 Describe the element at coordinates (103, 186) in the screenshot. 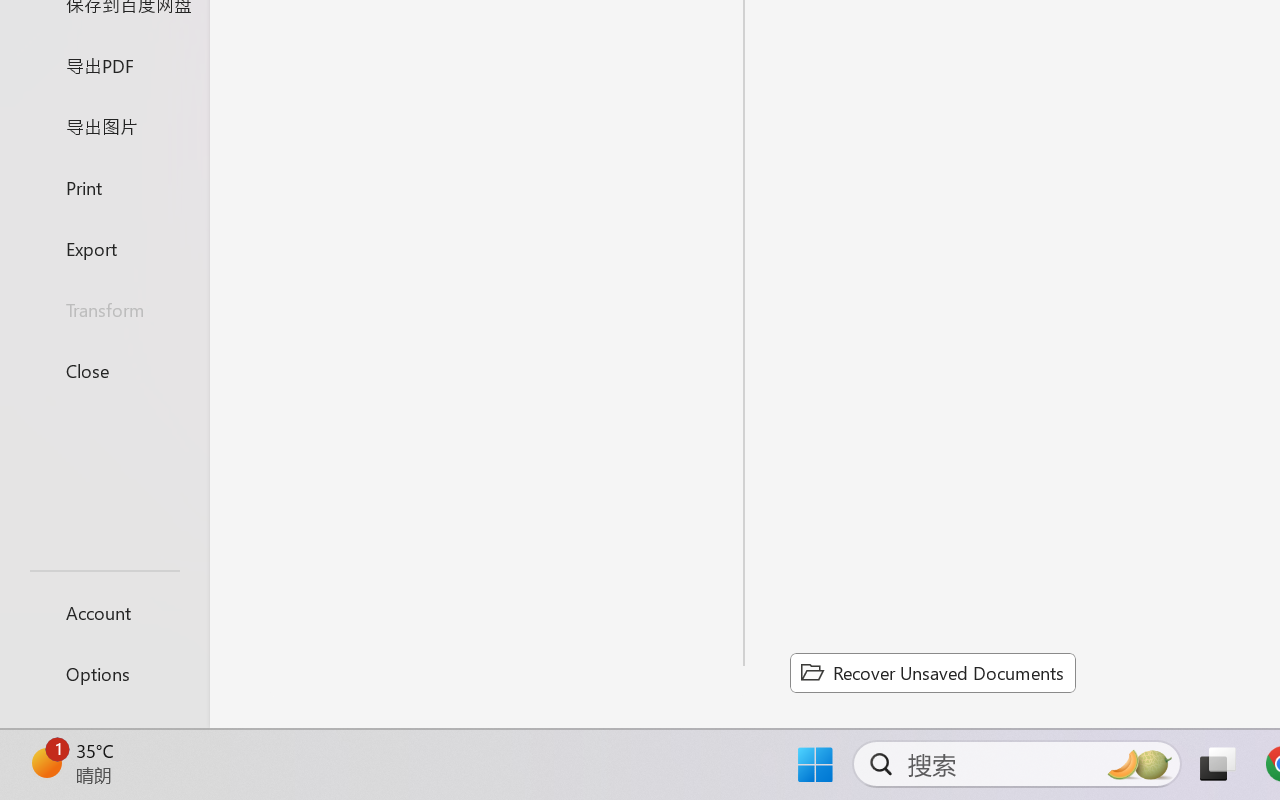

I see `'Print'` at that location.